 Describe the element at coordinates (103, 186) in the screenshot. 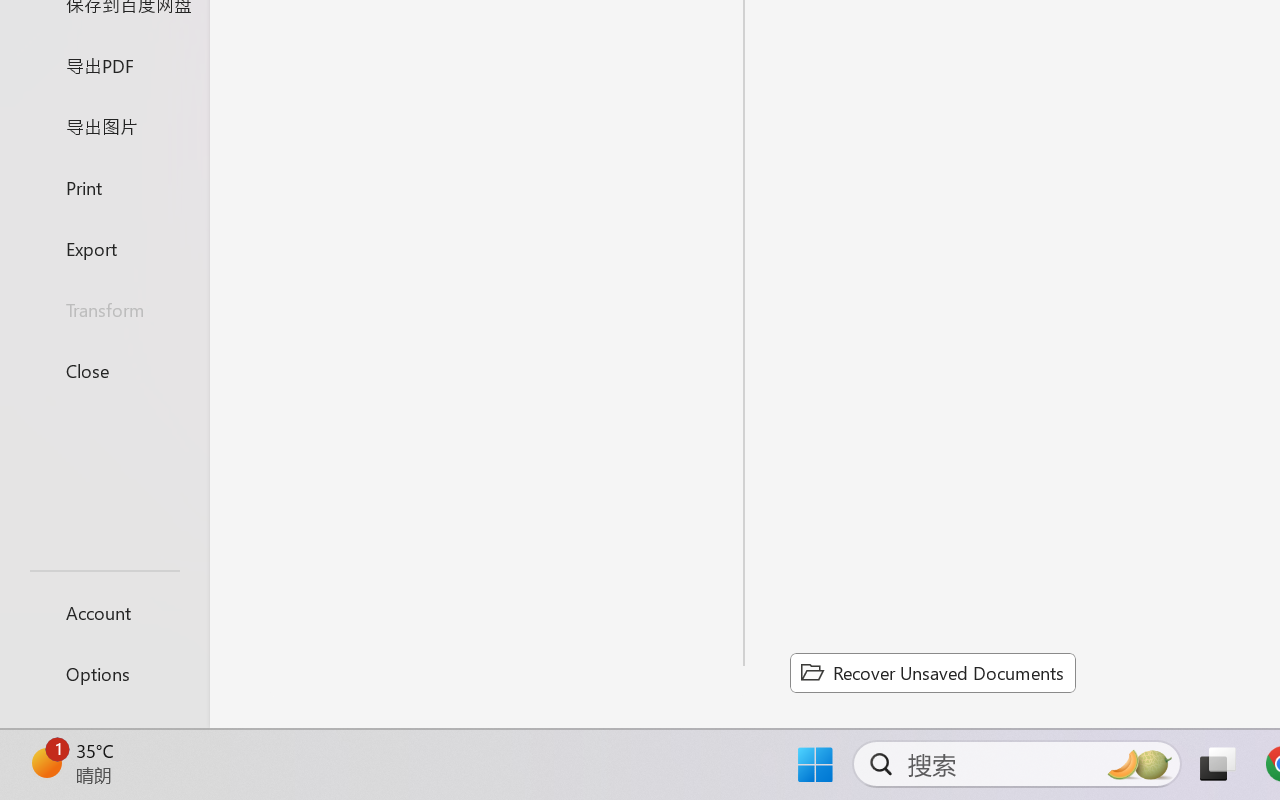

I see `'Print'` at that location.